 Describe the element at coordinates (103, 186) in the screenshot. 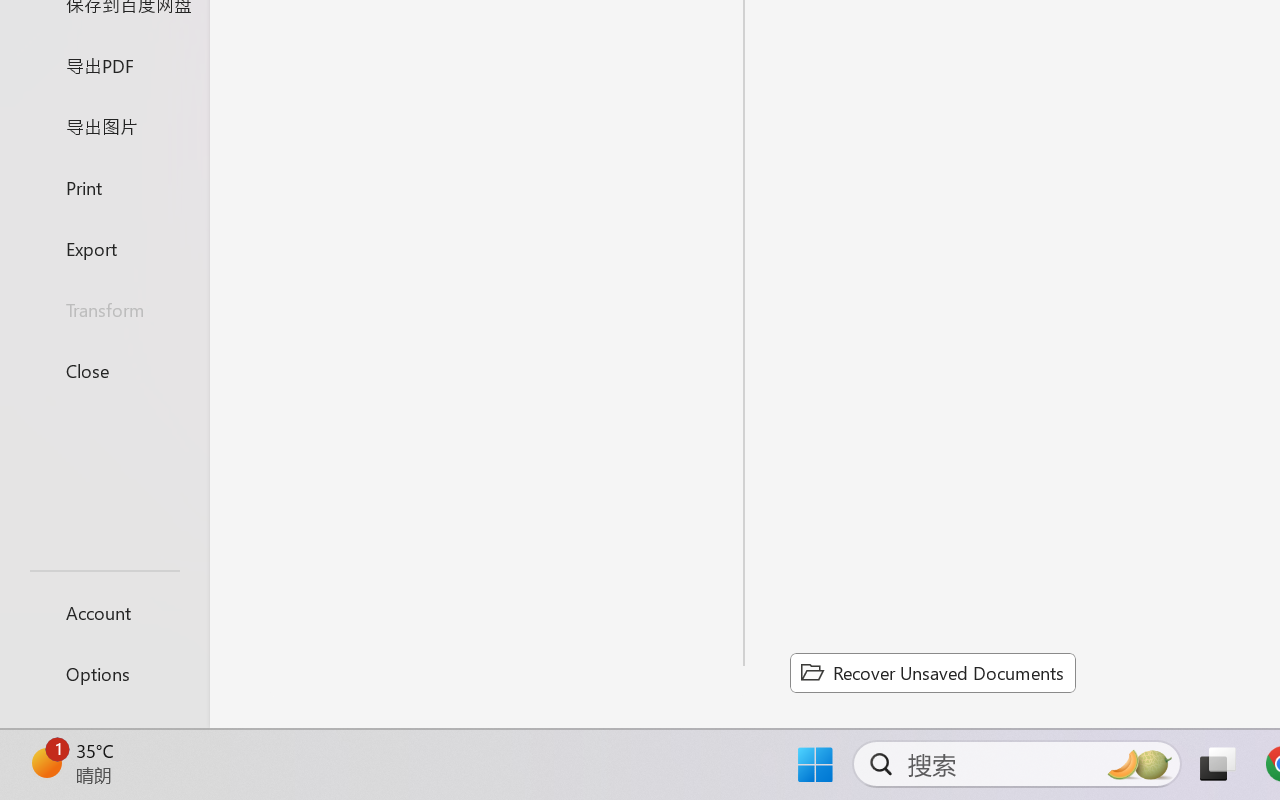

I see `'Print'` at that location.